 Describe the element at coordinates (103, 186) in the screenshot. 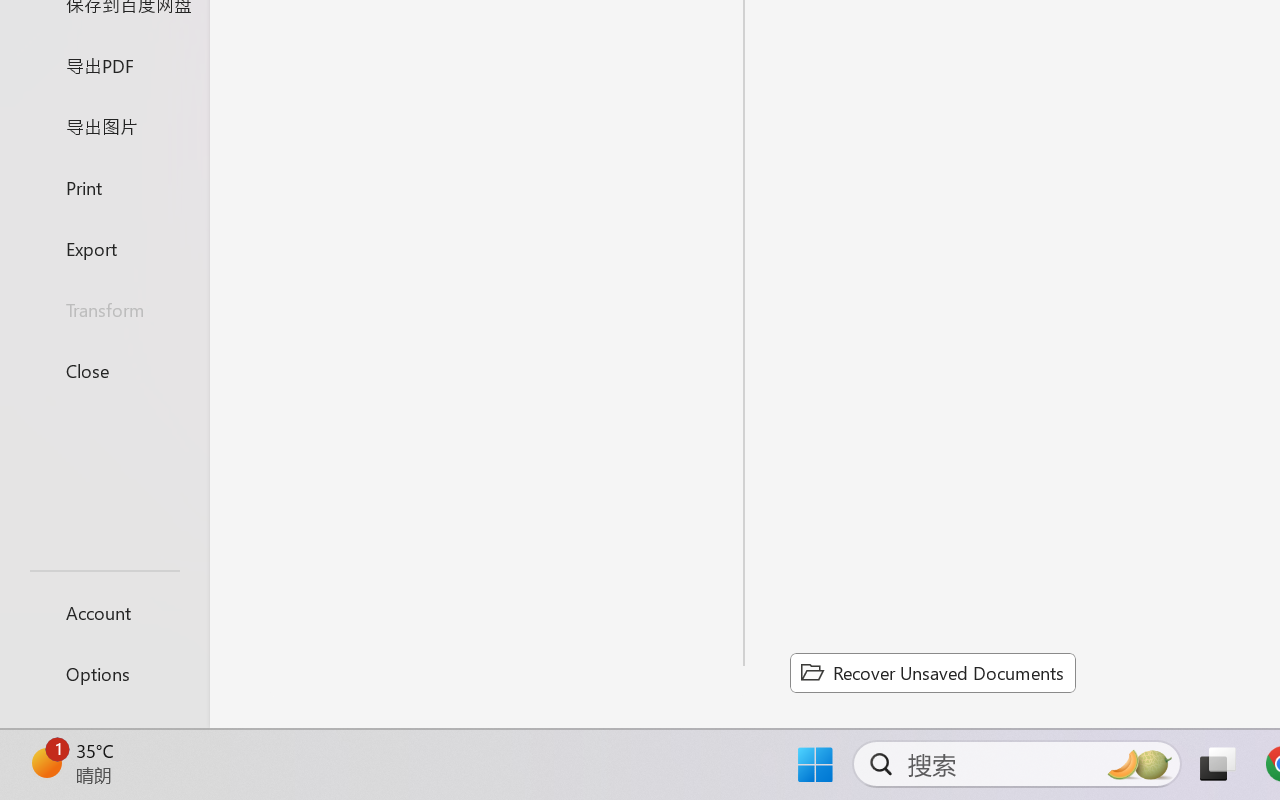

I see `'Print'` at that location.